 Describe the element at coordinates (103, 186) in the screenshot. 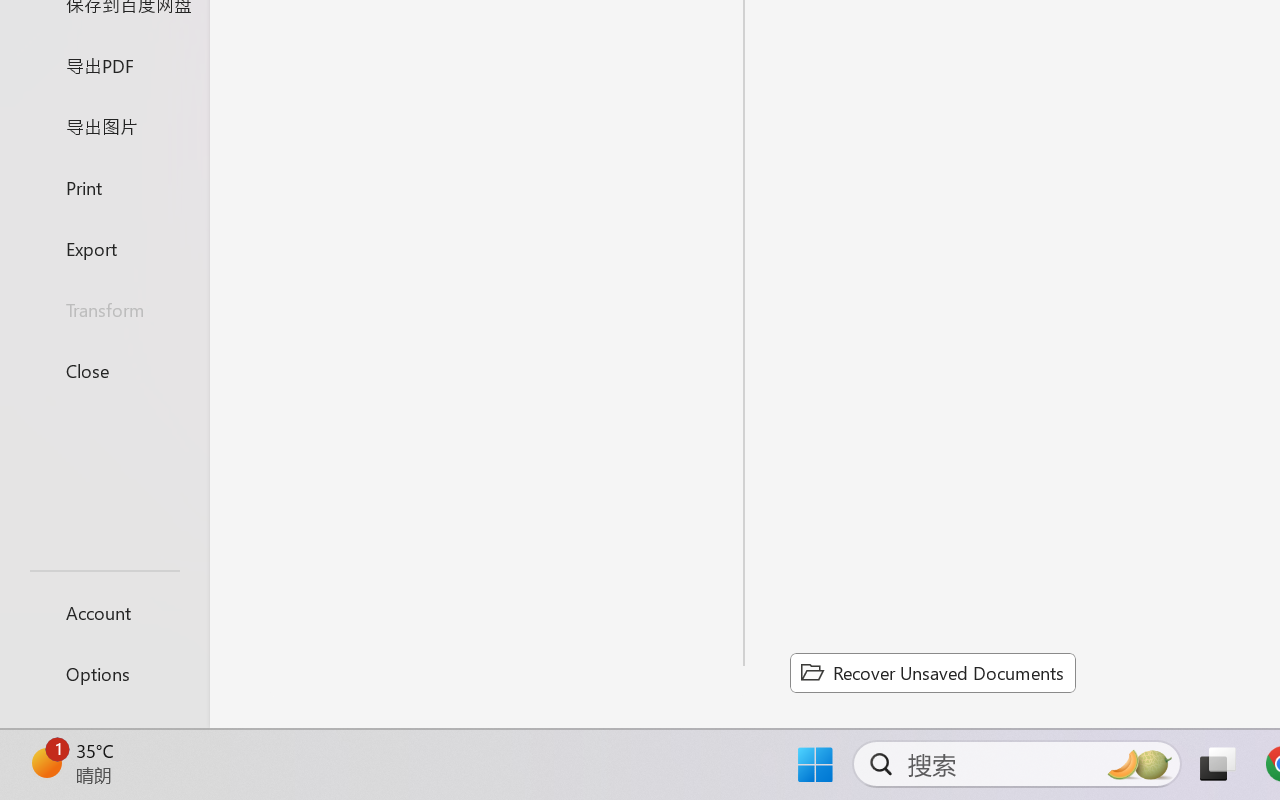

I see `'Print'` at that location.